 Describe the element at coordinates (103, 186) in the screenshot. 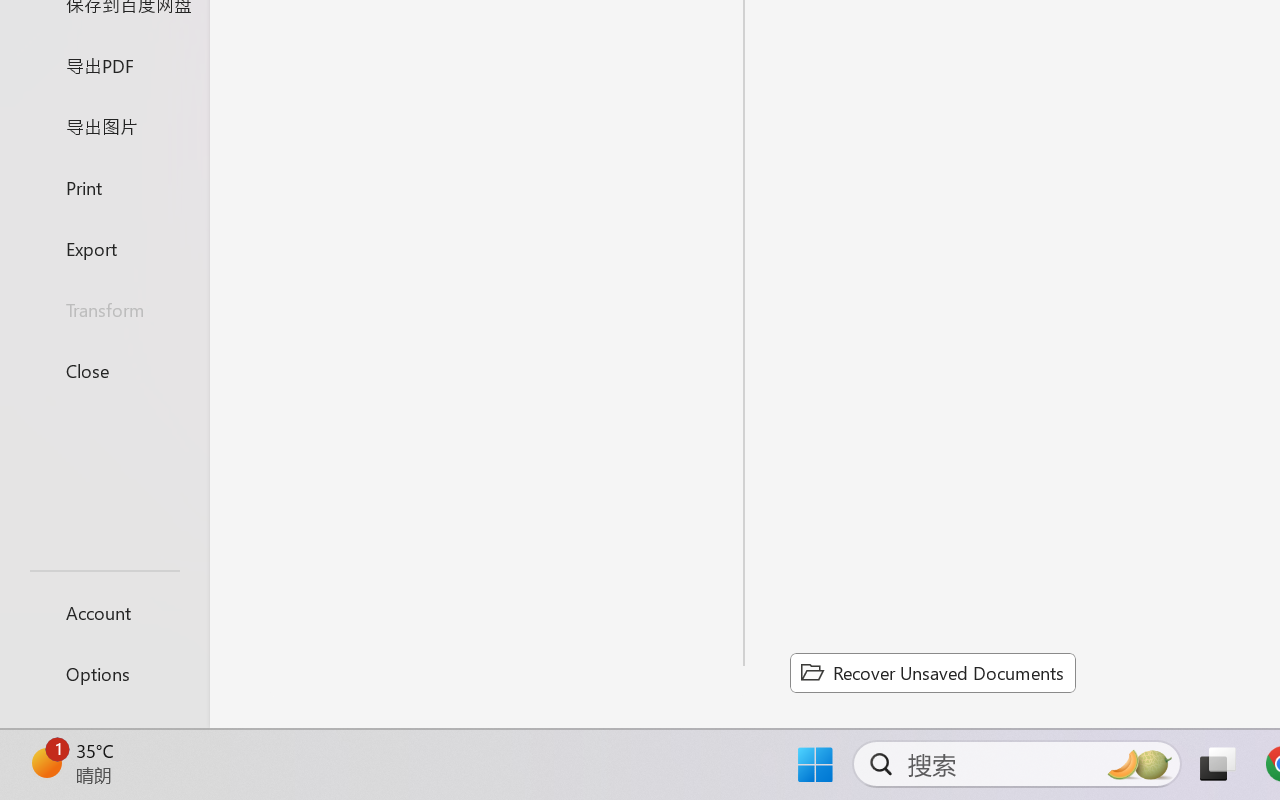

I see `'Print'` at that location.